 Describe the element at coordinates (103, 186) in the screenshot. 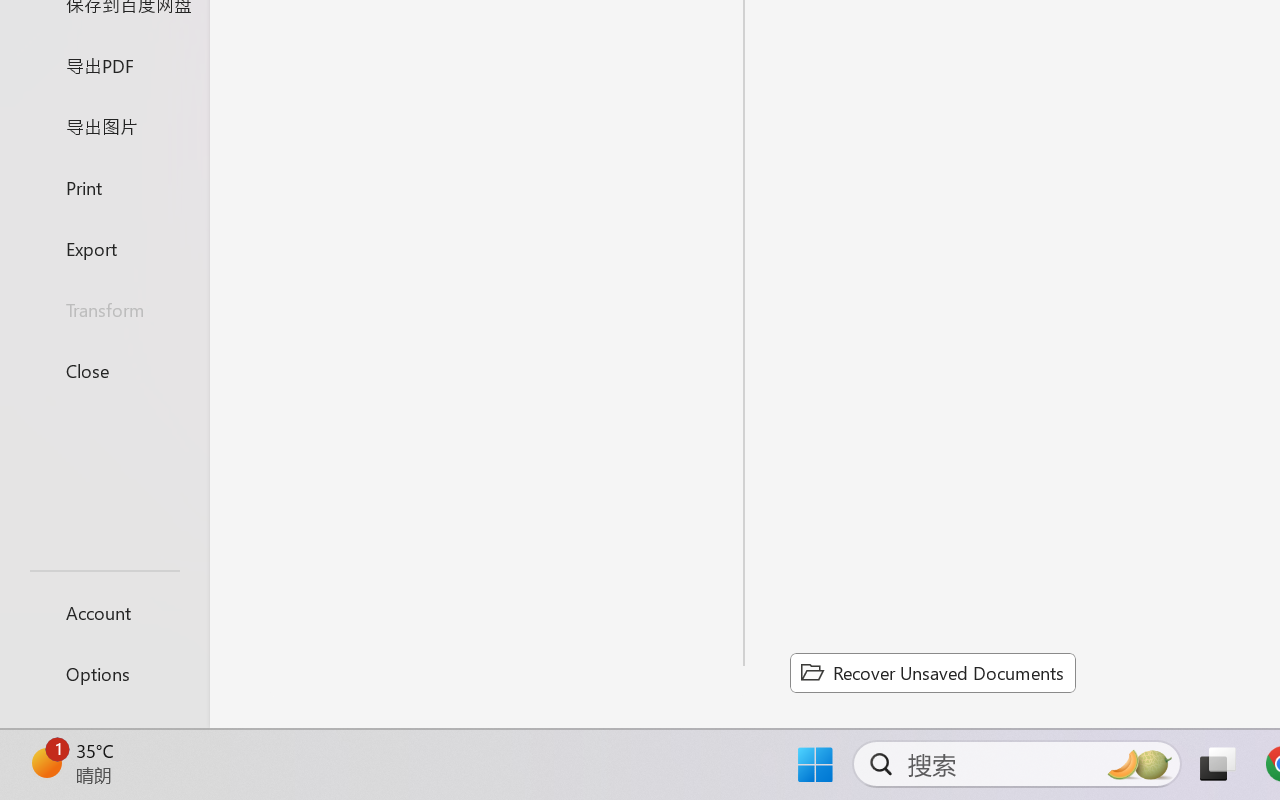

I see `'Print'` at that location.